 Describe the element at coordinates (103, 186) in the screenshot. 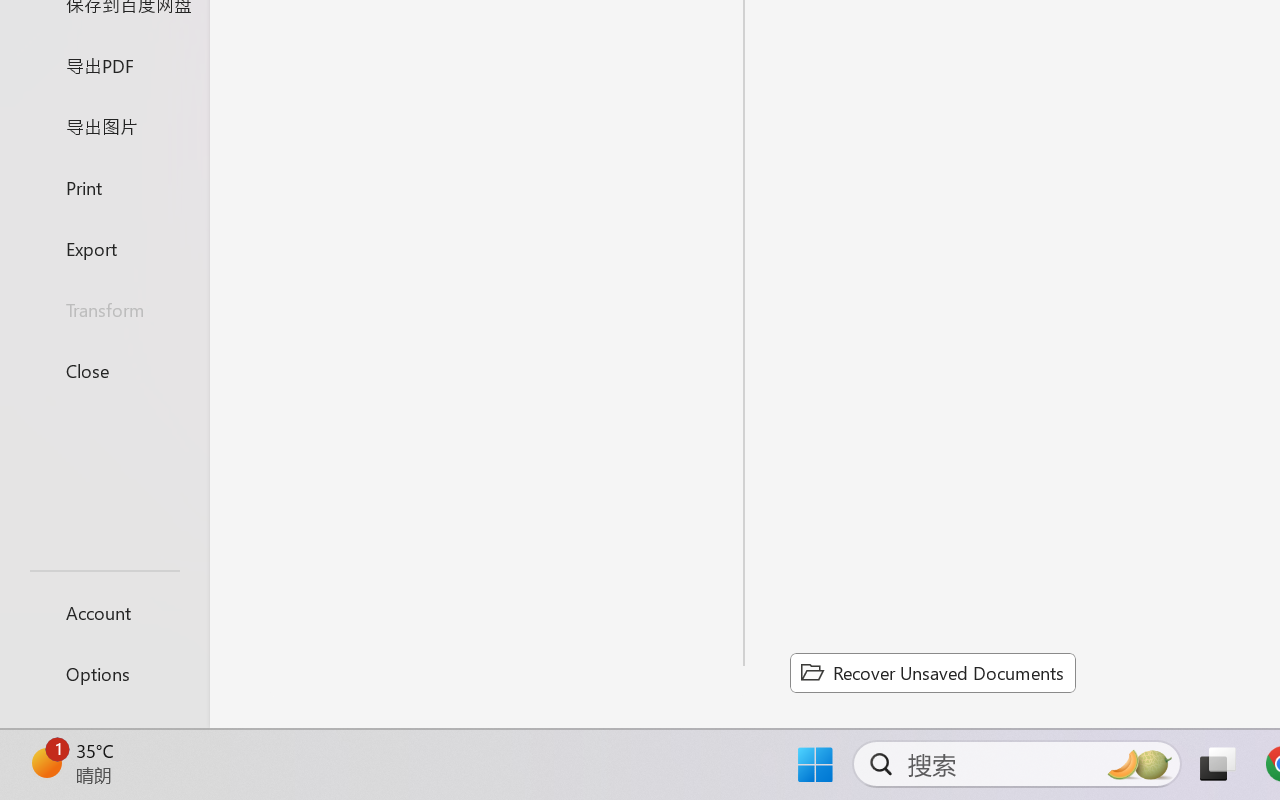

I see `'Print'` at that location.